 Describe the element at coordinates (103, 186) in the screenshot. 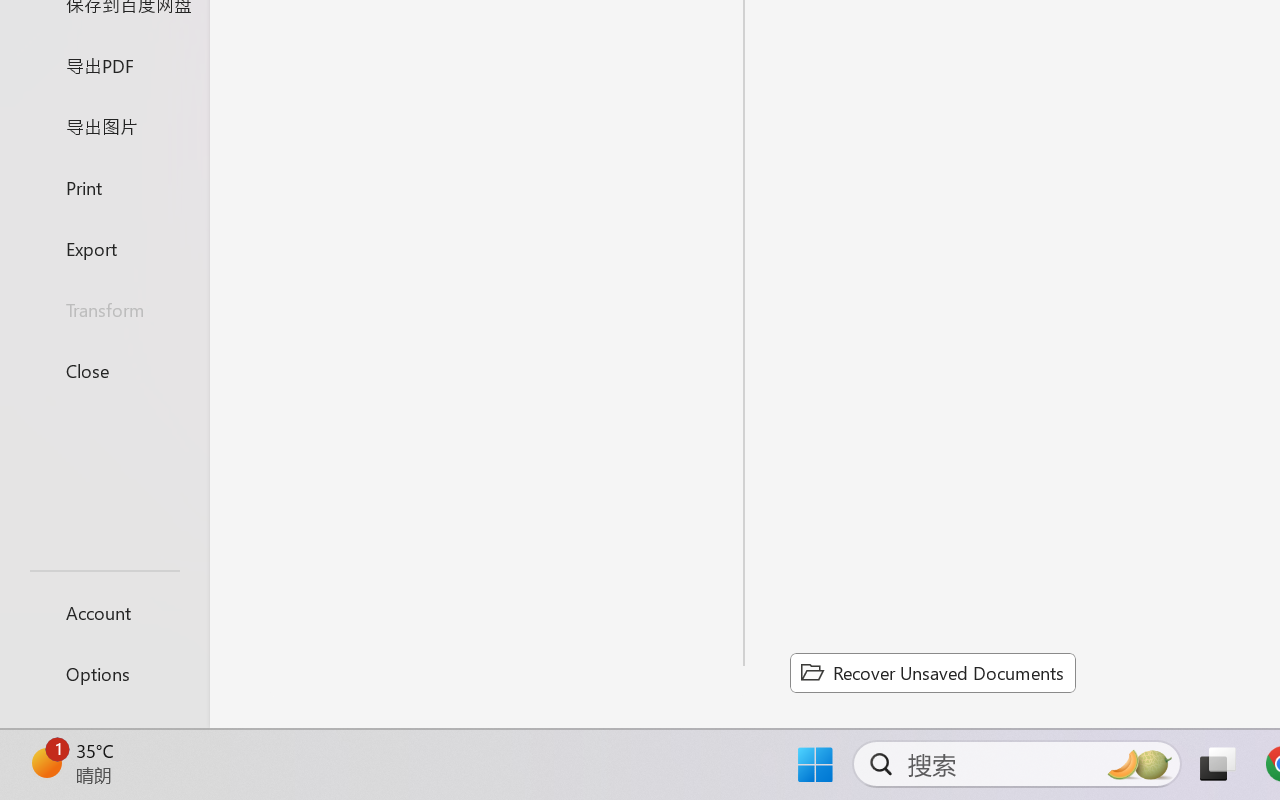

I see `'Print'` at that location.